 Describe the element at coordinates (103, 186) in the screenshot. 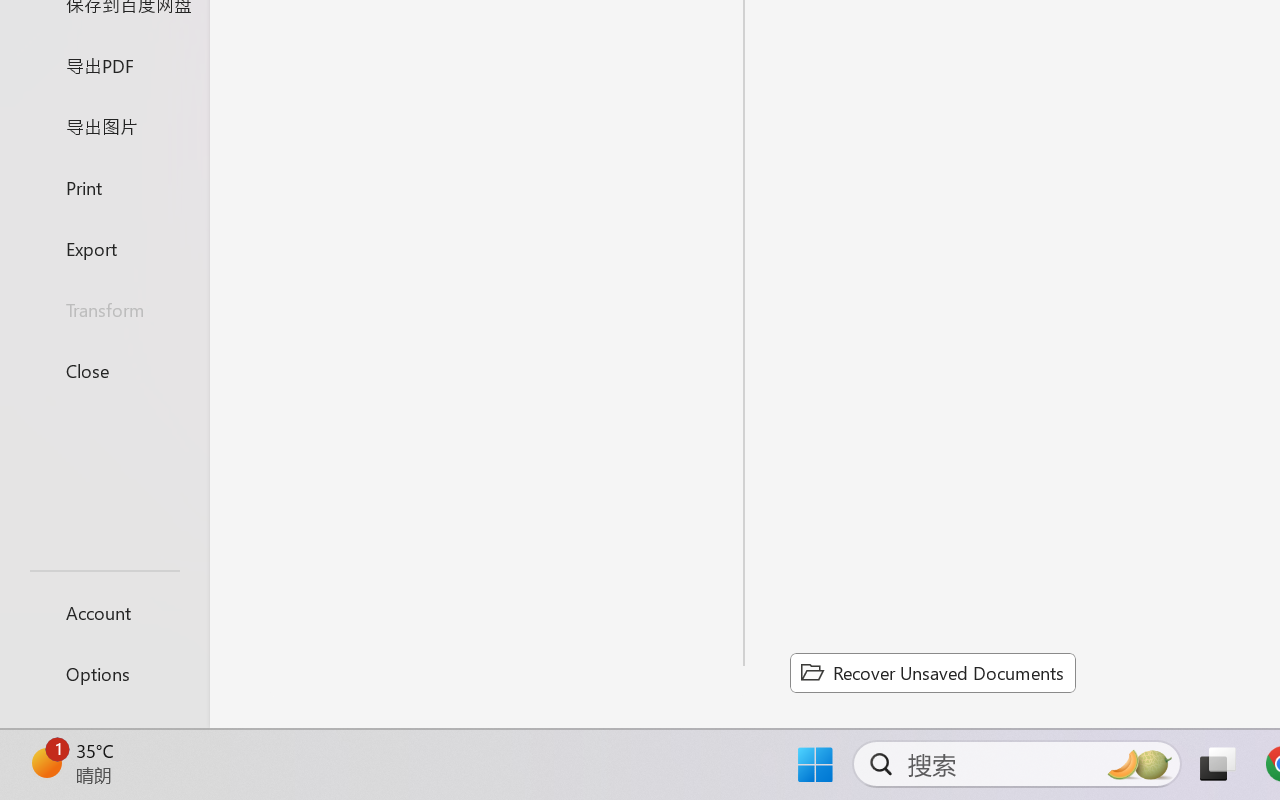

I see `'Print'` at that location.